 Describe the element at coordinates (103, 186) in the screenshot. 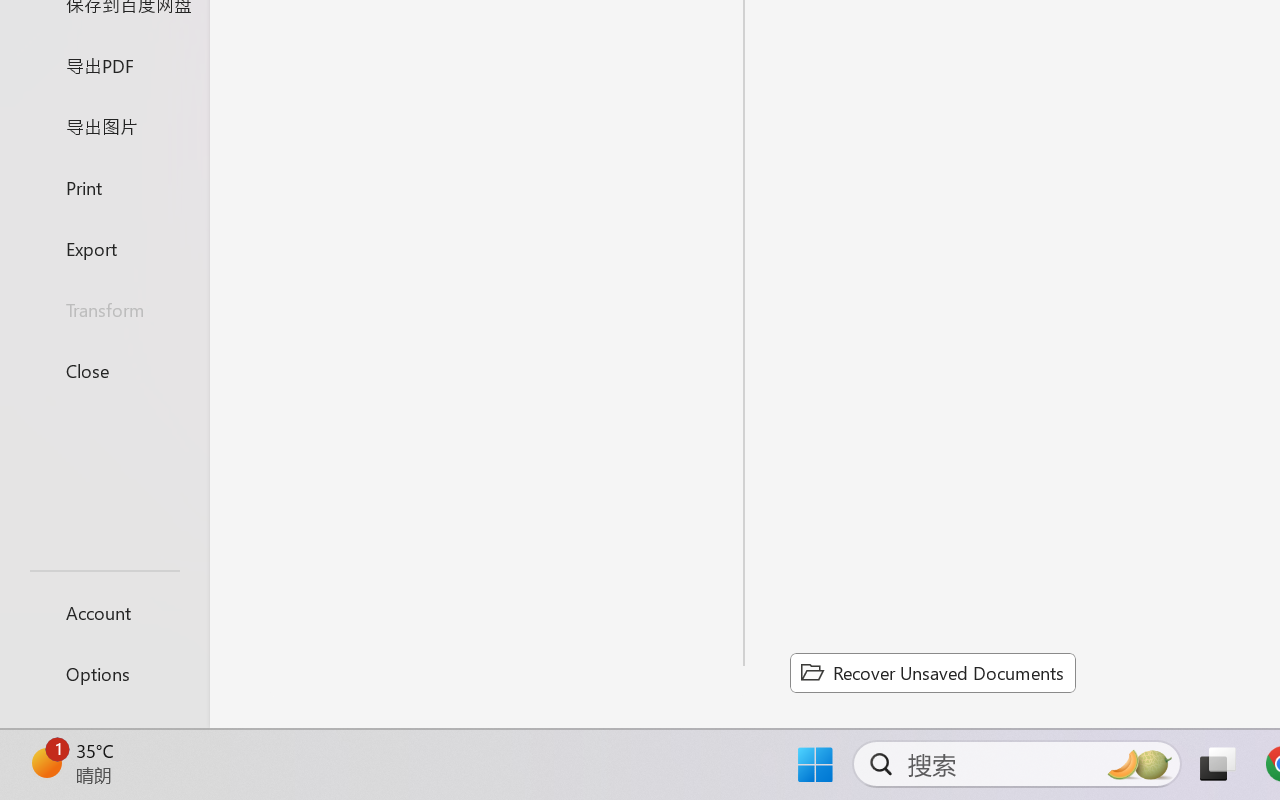

I see `'Print'` at that location.